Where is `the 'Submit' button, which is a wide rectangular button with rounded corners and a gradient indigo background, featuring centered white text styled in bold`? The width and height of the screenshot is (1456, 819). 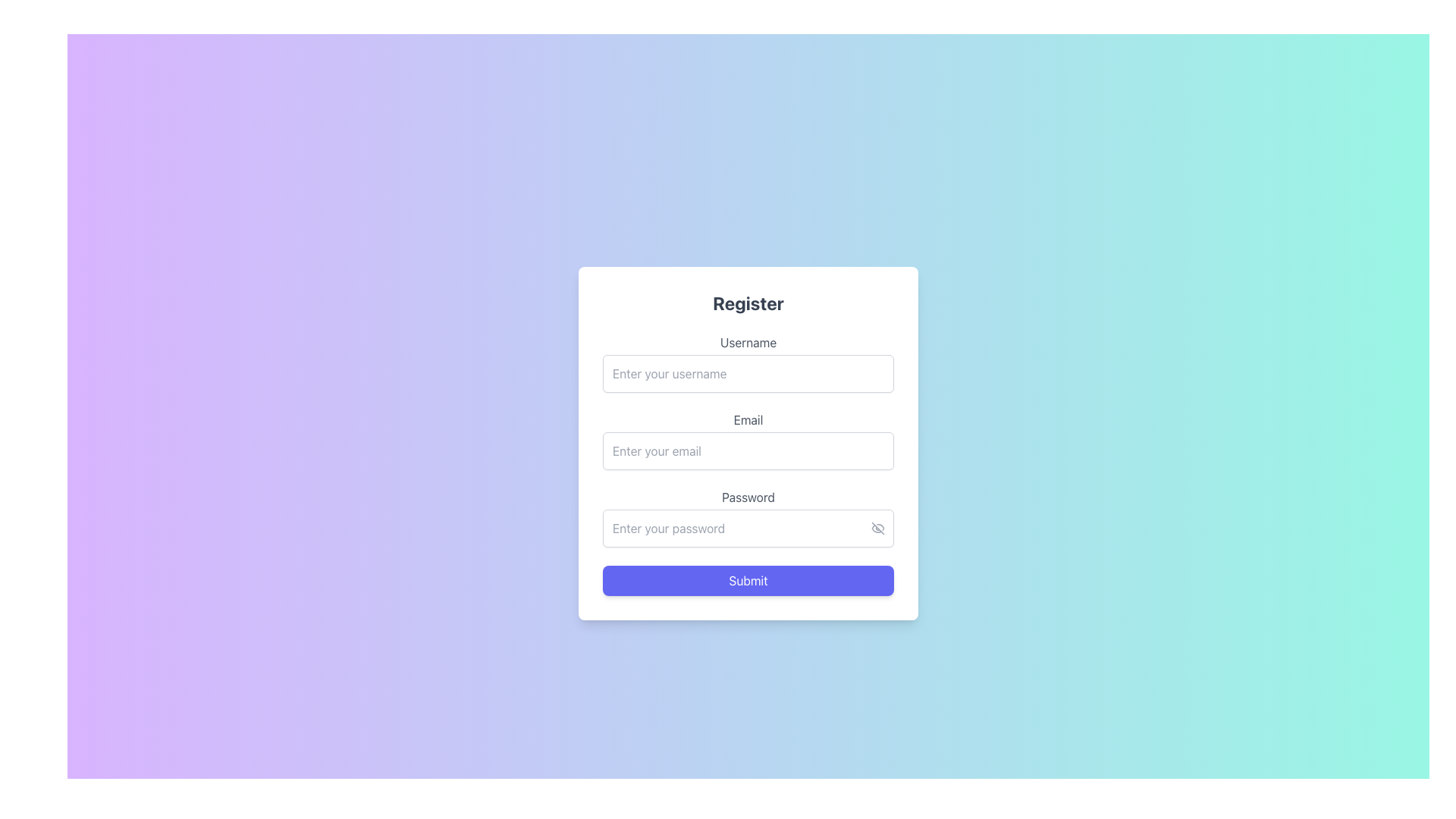
the 'Submit' button, which is a wide rectangular button with rounded corners and a gradient indigo background, featuring centered white text styled in bold is located at coordinates (748, 580).